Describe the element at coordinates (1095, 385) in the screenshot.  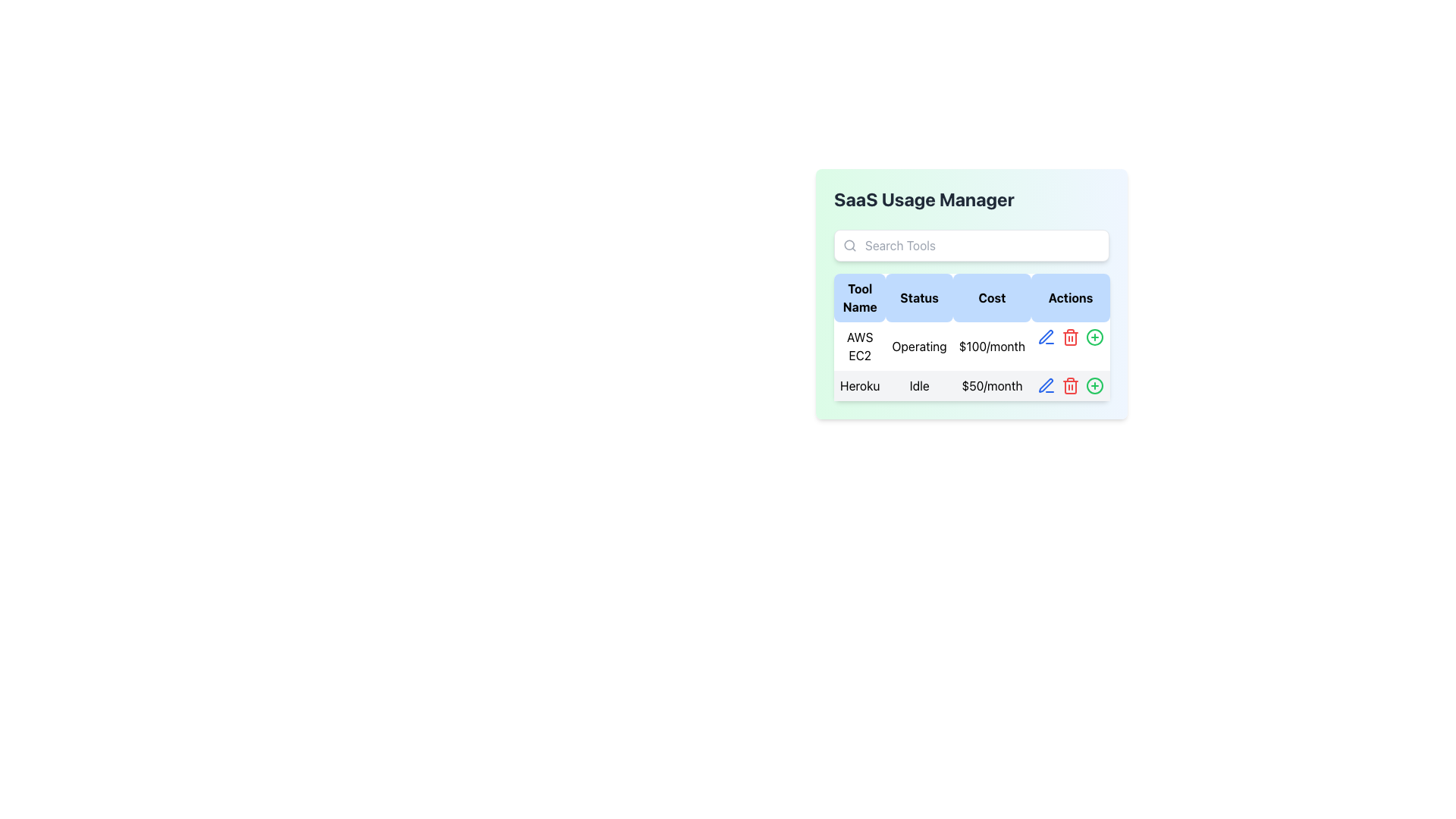
I see `the Visual SVG Circle representing the 'Add' or 'Plus' action located at the top-right corner of the 'Actions' column in the table row labeled 'AWS EC2.'` at that location.